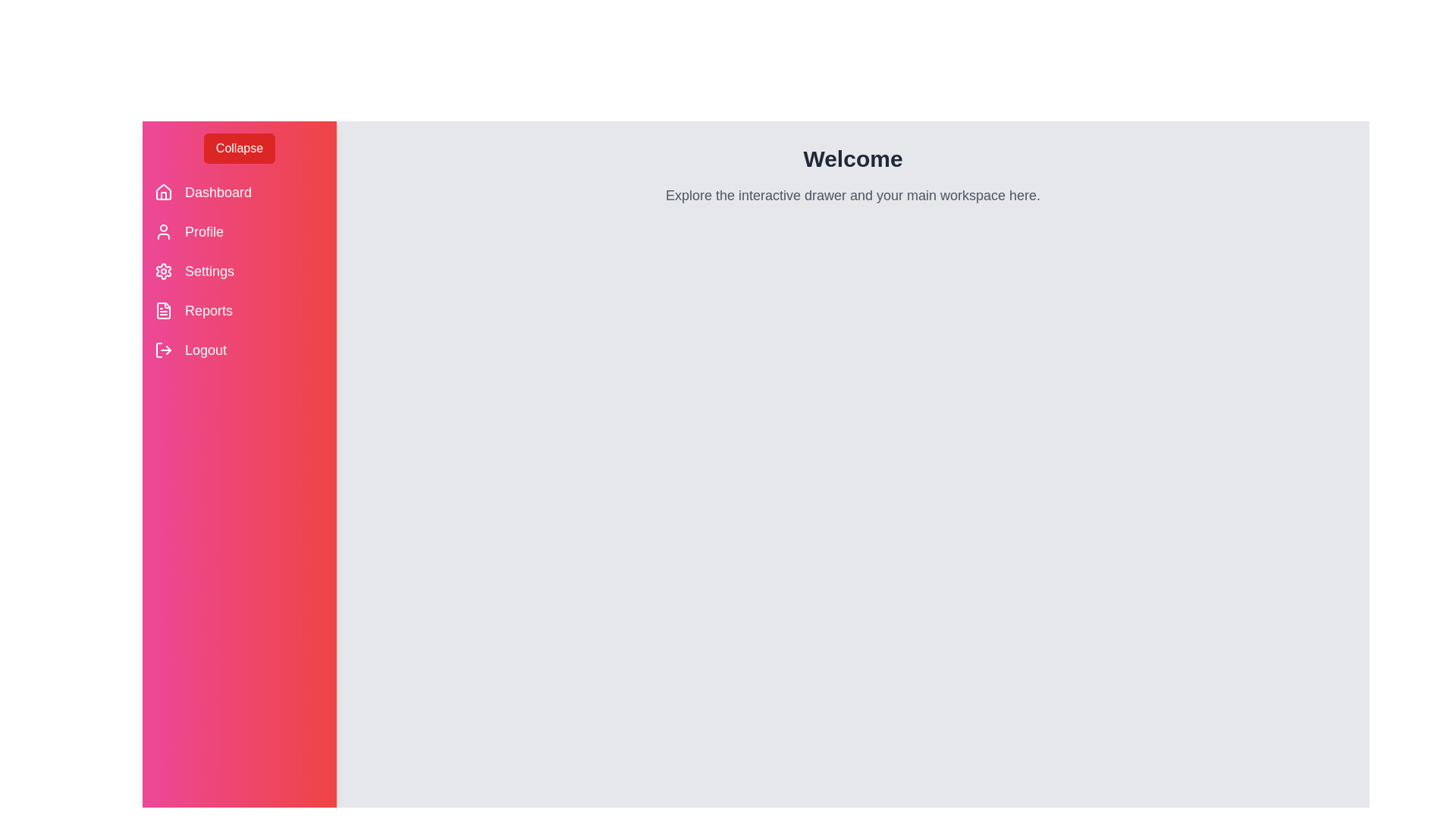  Describe the element at coordinates (239, 192) in the screenshot. I see `the 'Dashboard' menu item to navigate to the dashboard` at that location.